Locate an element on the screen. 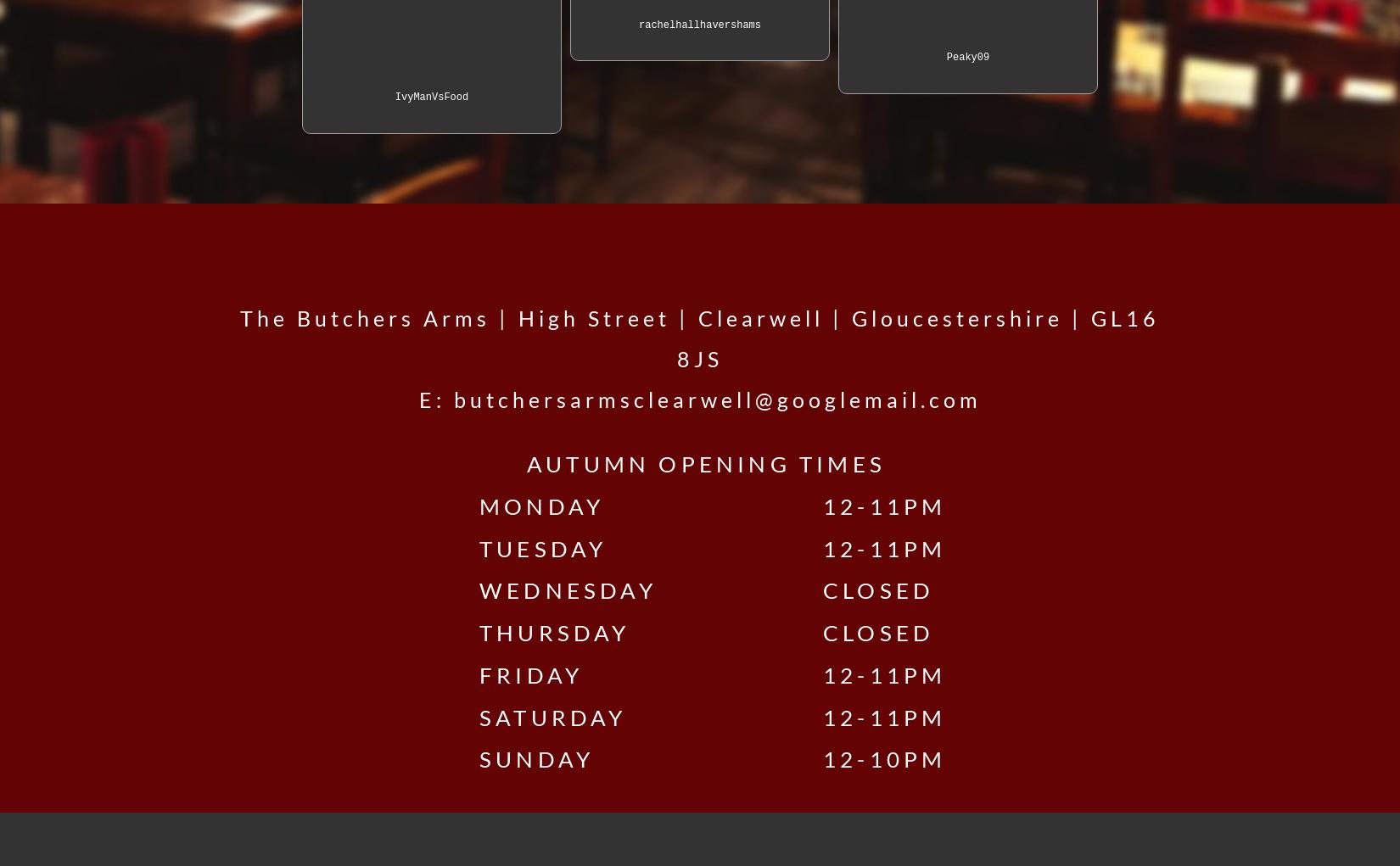  'MONDAY' is located at coordinates (580, 505).